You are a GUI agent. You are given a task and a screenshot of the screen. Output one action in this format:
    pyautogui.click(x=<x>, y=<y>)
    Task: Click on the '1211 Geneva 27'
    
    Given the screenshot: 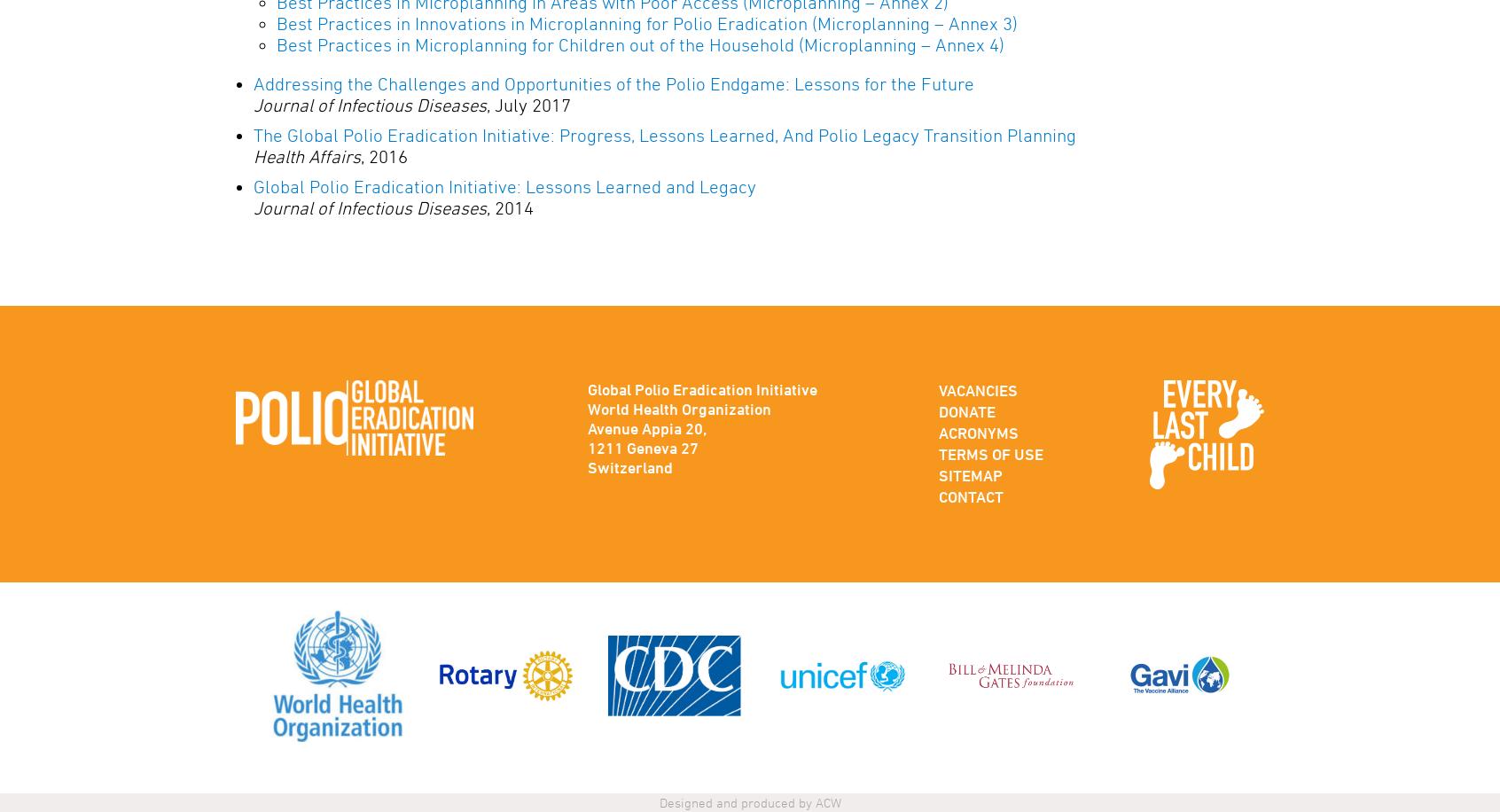 What is the action you would take?
    pyautogui.click(x=641, y=448)
    